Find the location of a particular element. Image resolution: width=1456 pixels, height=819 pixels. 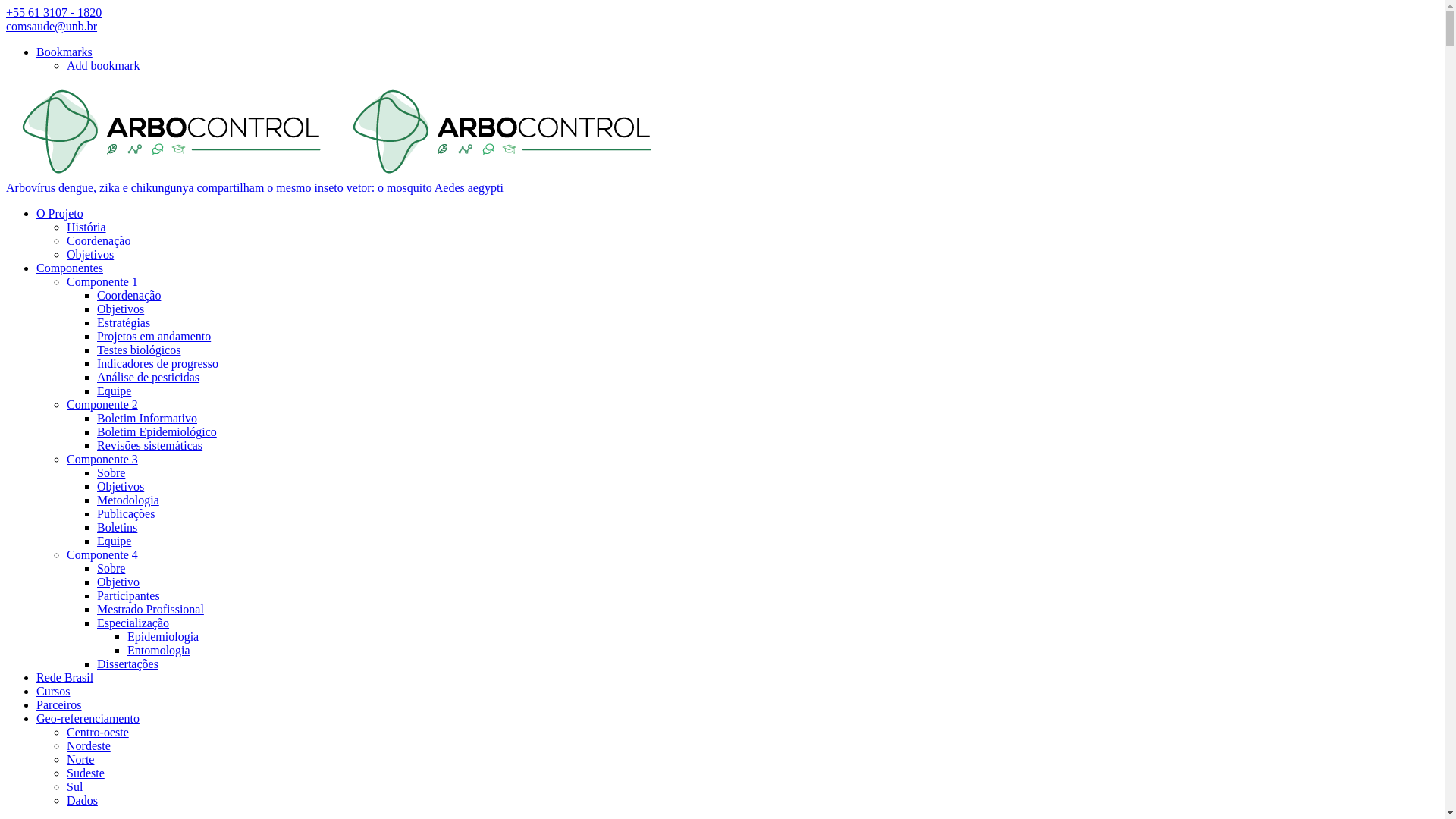

'Boletim Informativo' is located at coordinates (146, 418).